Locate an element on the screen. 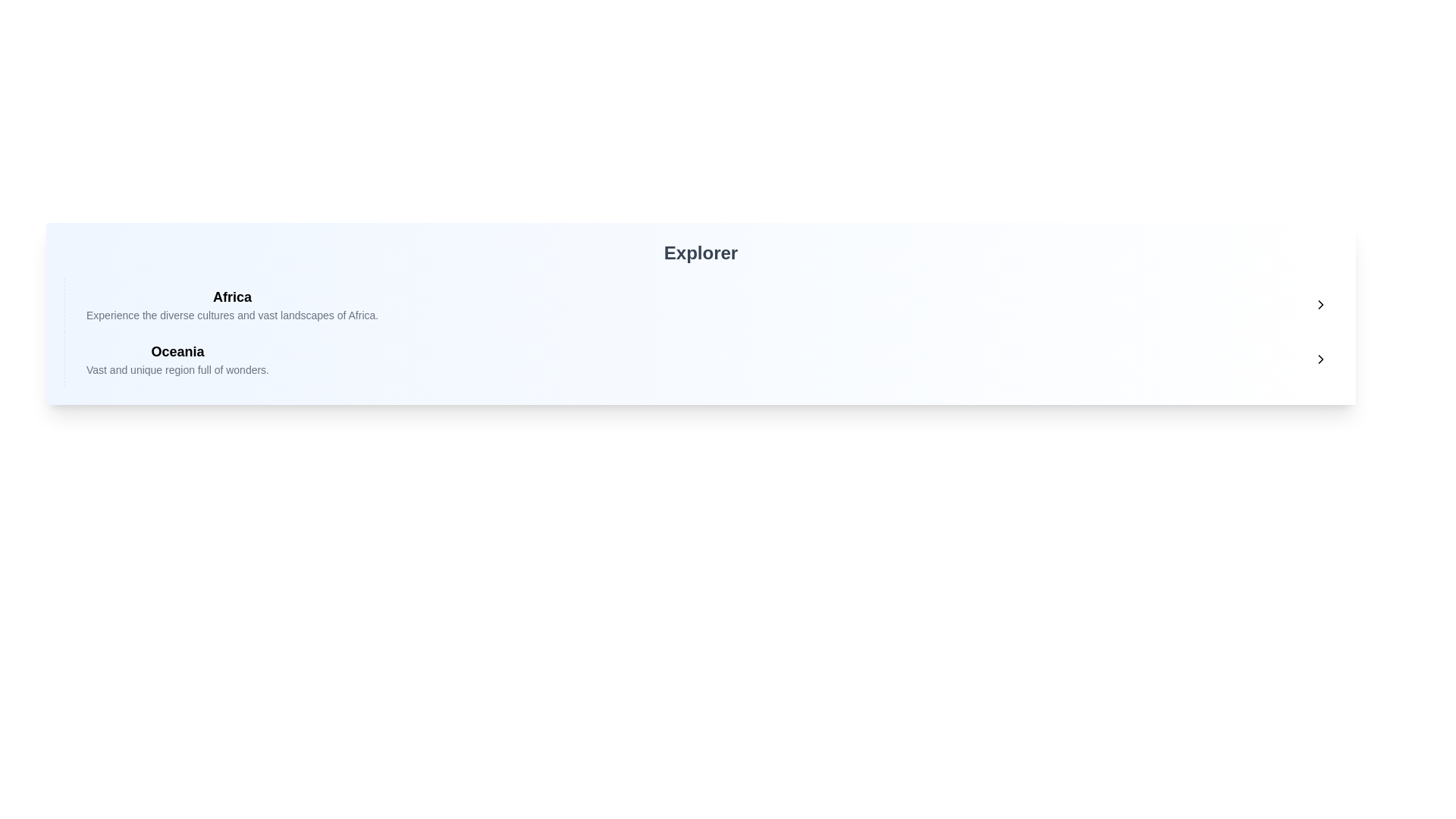  the navigation arrow icon located towards the center-right of the interface, which indicates proceeding to more detailed content or another page is located at coordinates (1320, 359).